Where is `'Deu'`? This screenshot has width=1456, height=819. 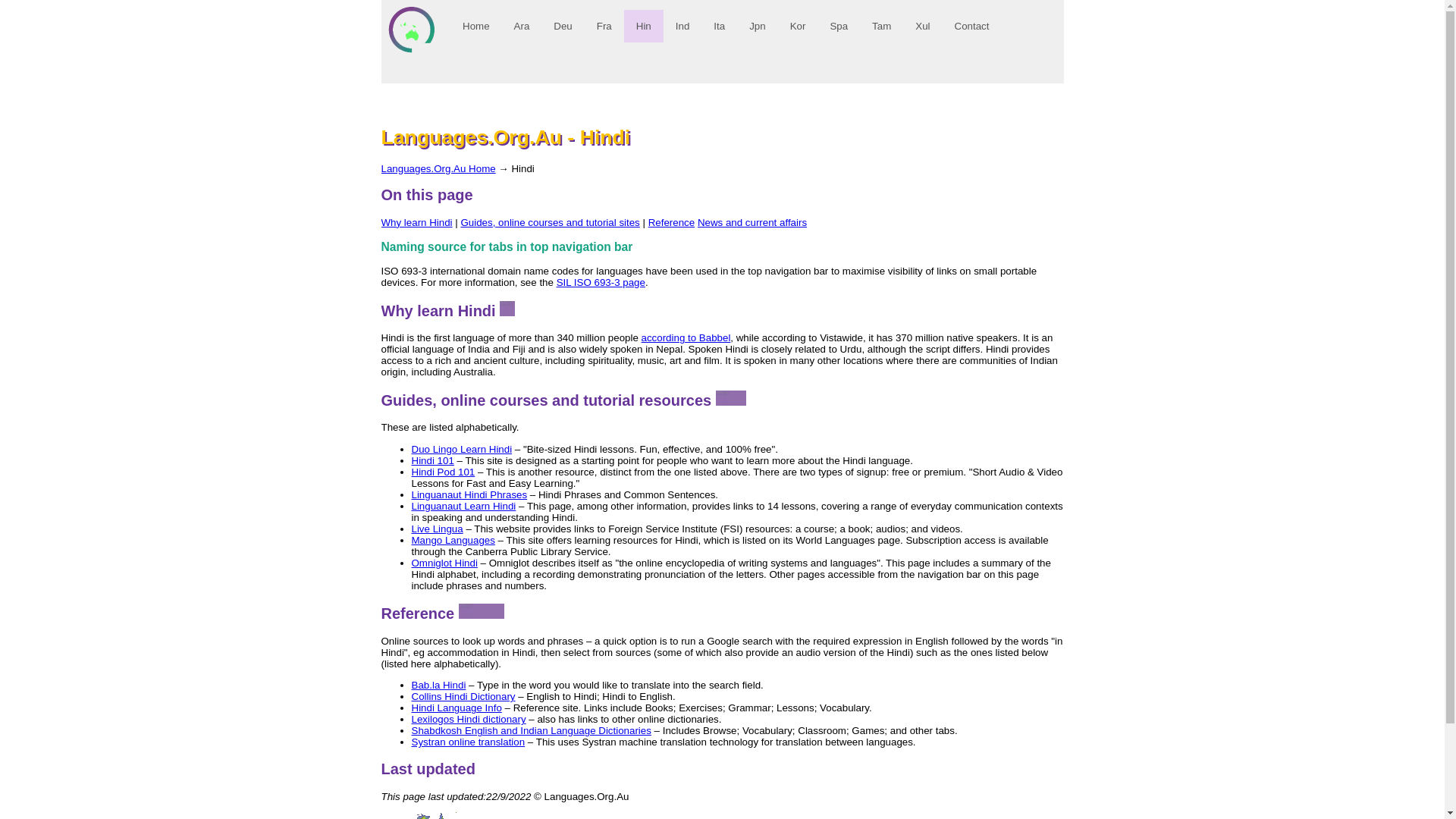
'Deu' is located at coordinates (562, 26).